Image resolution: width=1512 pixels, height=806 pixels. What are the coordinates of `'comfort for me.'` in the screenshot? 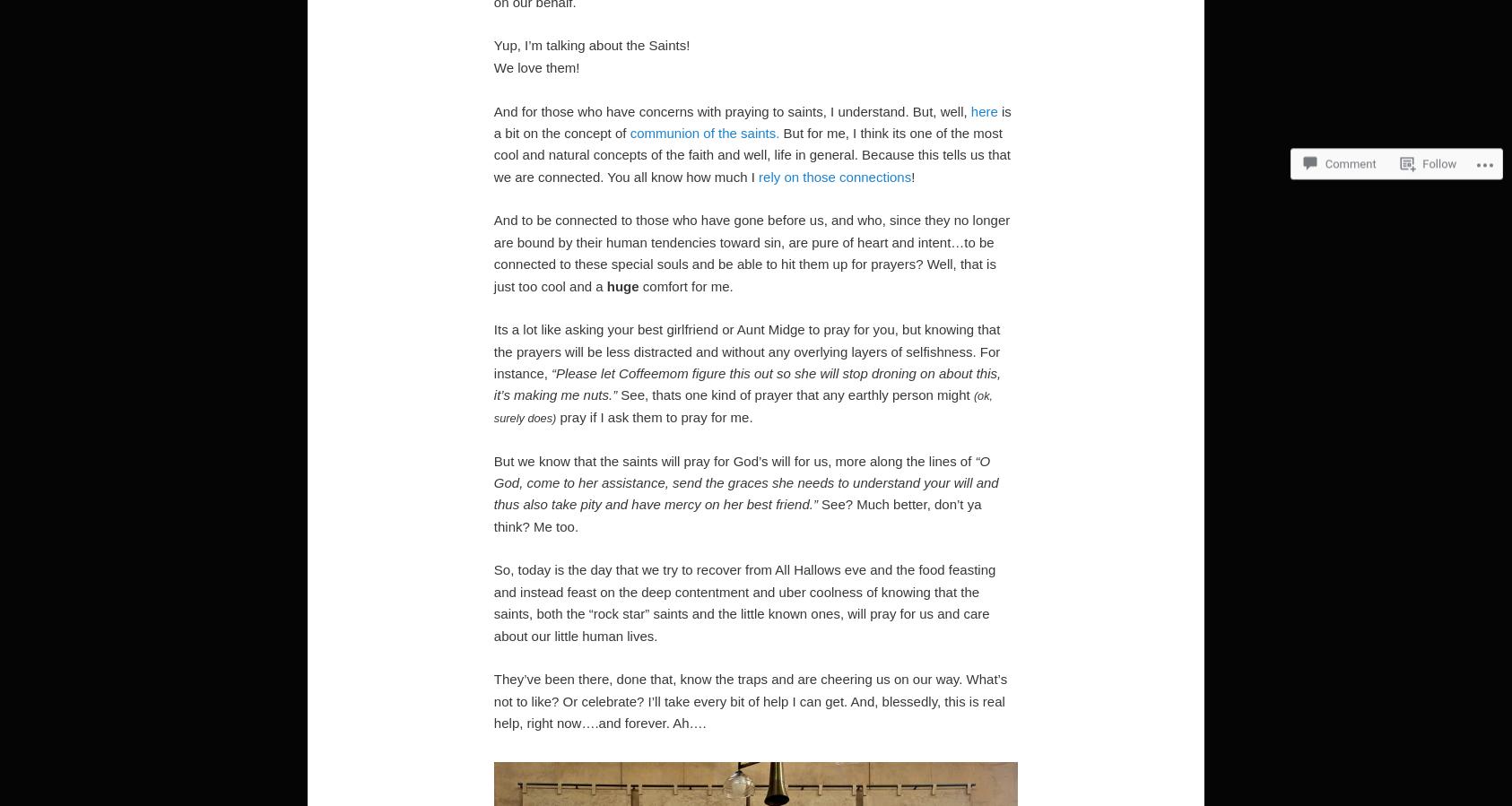 It's located at (685, 284).